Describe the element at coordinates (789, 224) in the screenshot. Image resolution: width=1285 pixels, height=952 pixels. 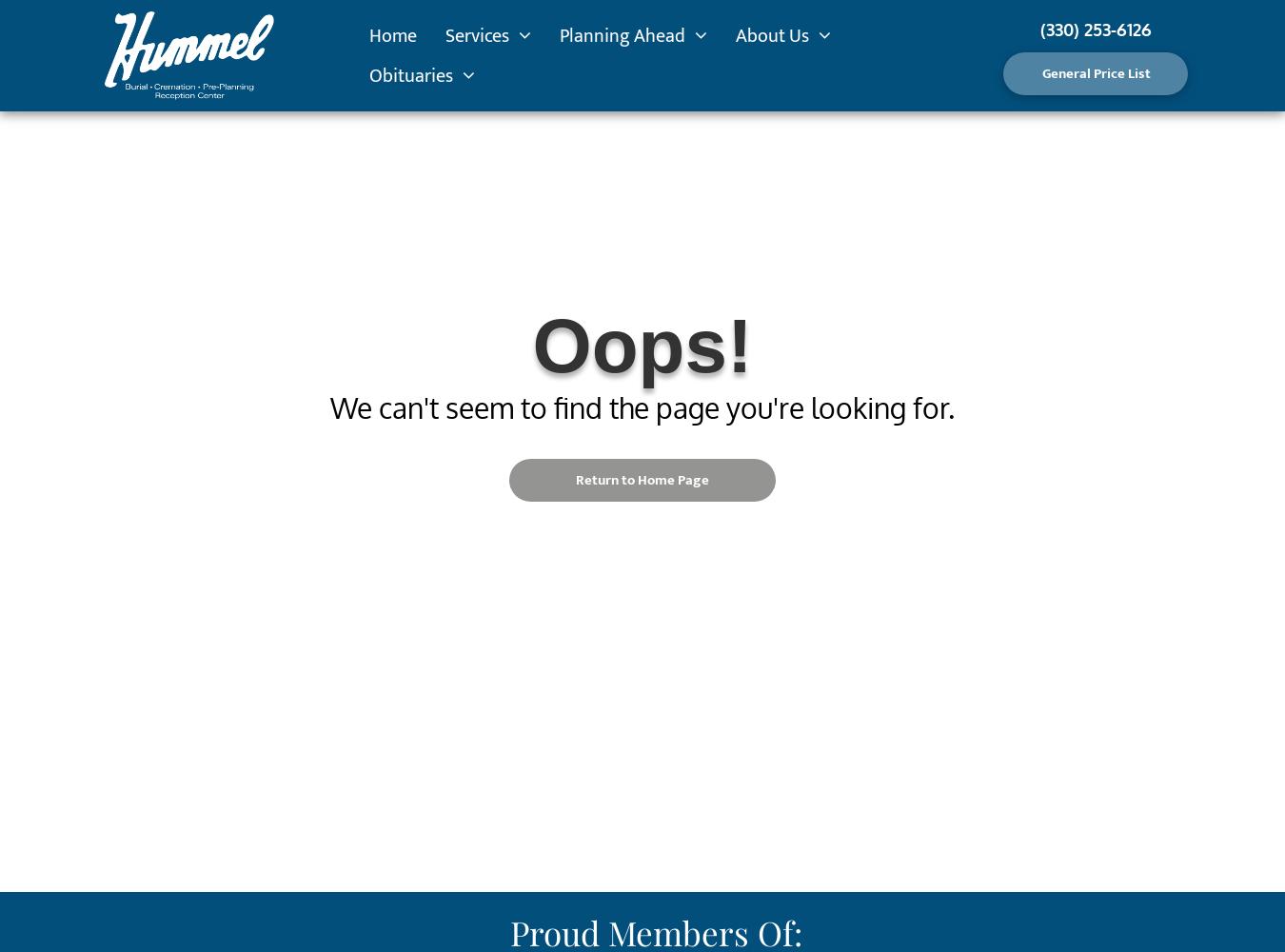
I see `'Testimonials'` at that location.